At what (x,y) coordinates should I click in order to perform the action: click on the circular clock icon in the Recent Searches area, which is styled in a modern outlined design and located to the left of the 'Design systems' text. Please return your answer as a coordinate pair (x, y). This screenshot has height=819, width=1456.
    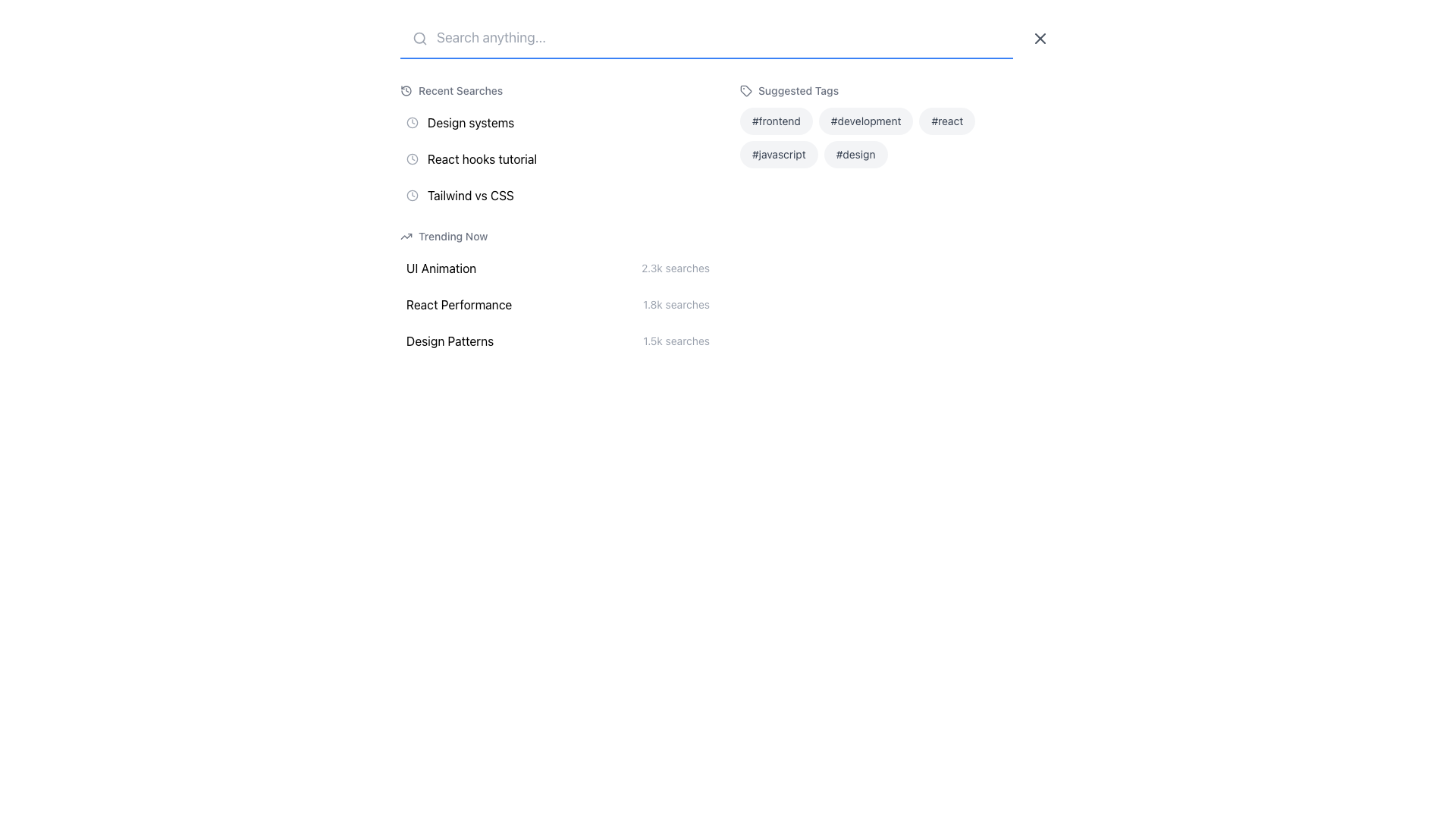
    Looking at the image, I should click on (412, 122).